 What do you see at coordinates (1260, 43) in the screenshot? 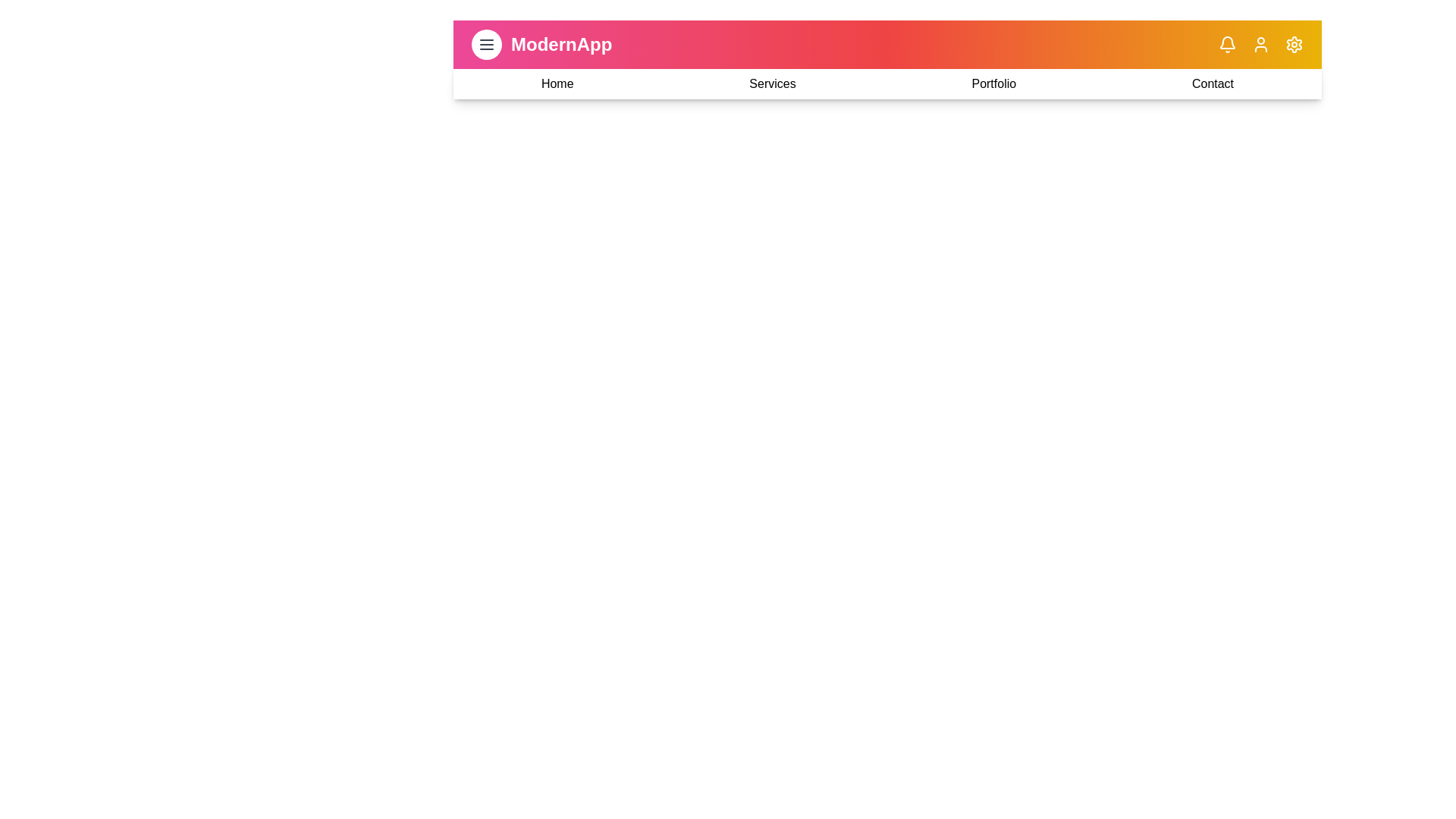
I see `the user_profile icon in the app bar` at bounding box center [1260, 43].